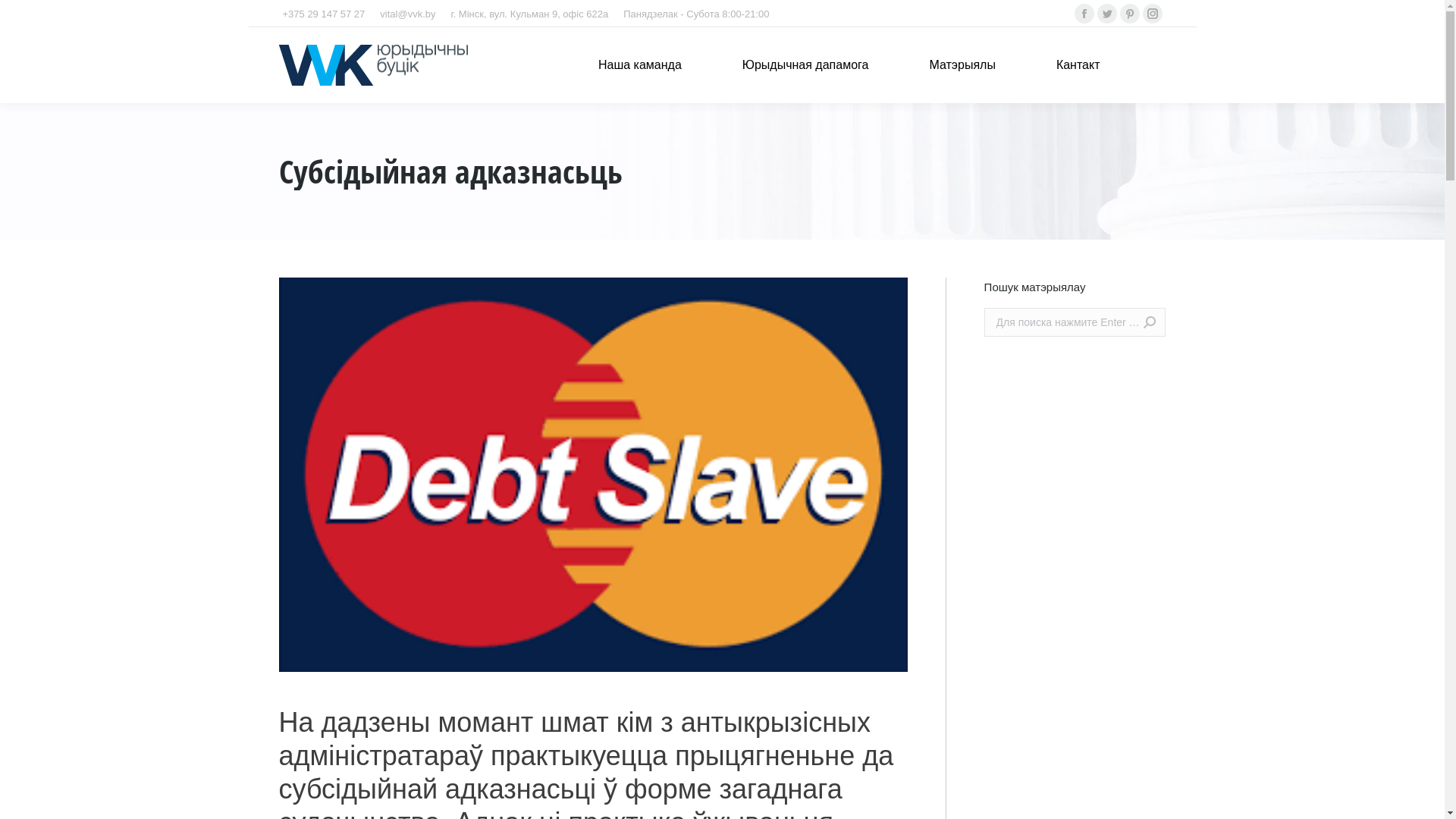  Describe the element at coordinates (1129, 14) in the screenshot. I see `'Pinterest'` at that location.